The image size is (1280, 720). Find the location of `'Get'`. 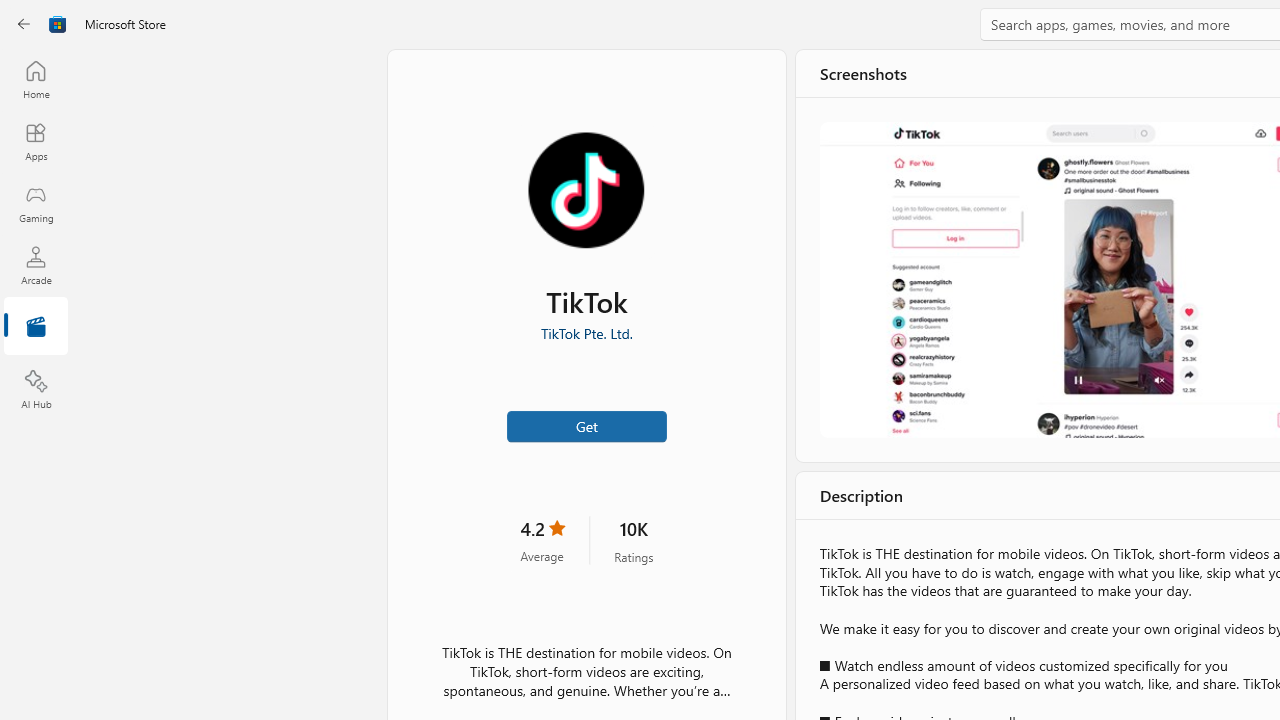

'Get' is located at coordinates (585, 424).